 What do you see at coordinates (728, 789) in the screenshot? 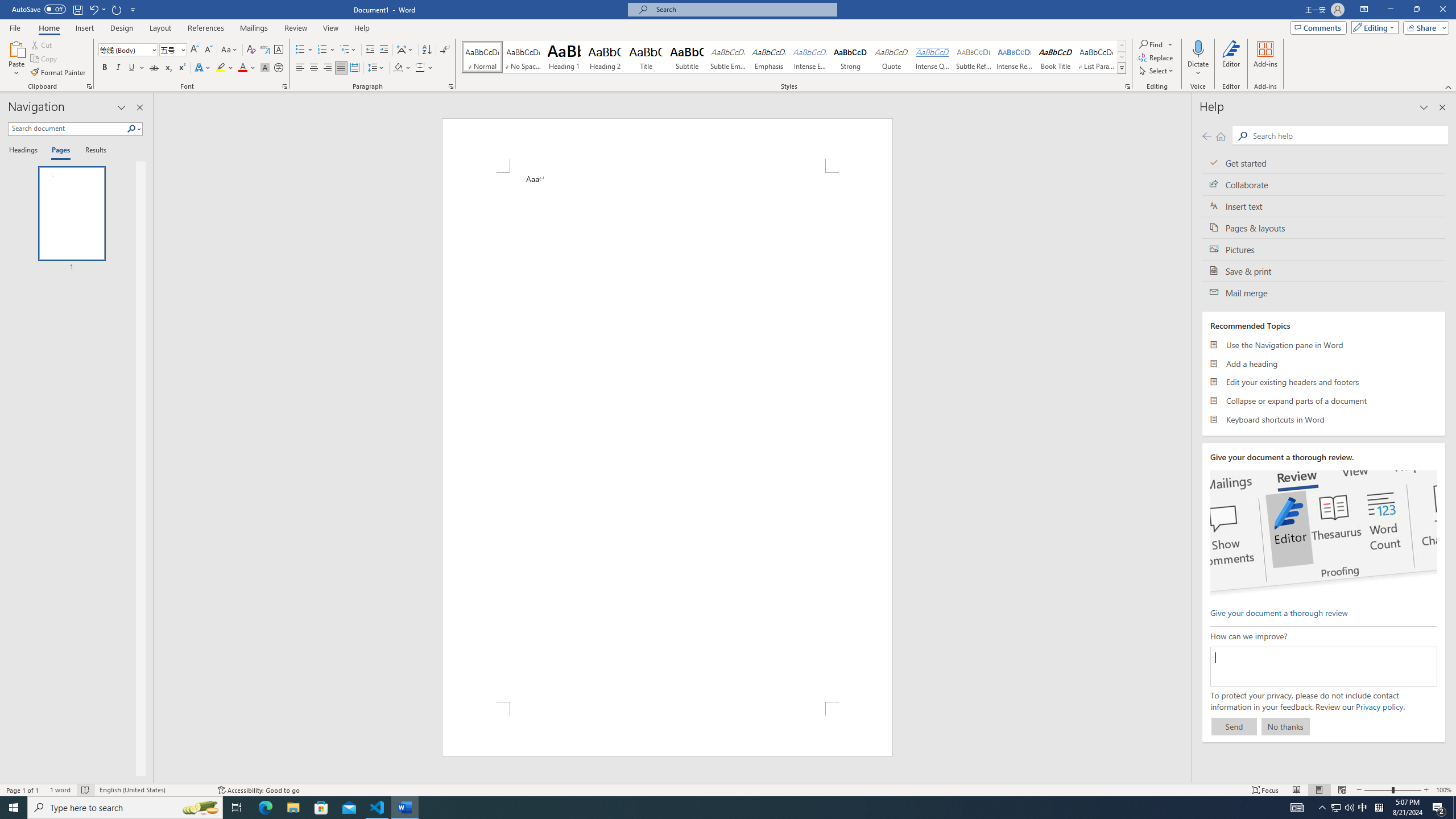
I see `'Class: MsoCommandBar'` at bounding box center [728, 789].